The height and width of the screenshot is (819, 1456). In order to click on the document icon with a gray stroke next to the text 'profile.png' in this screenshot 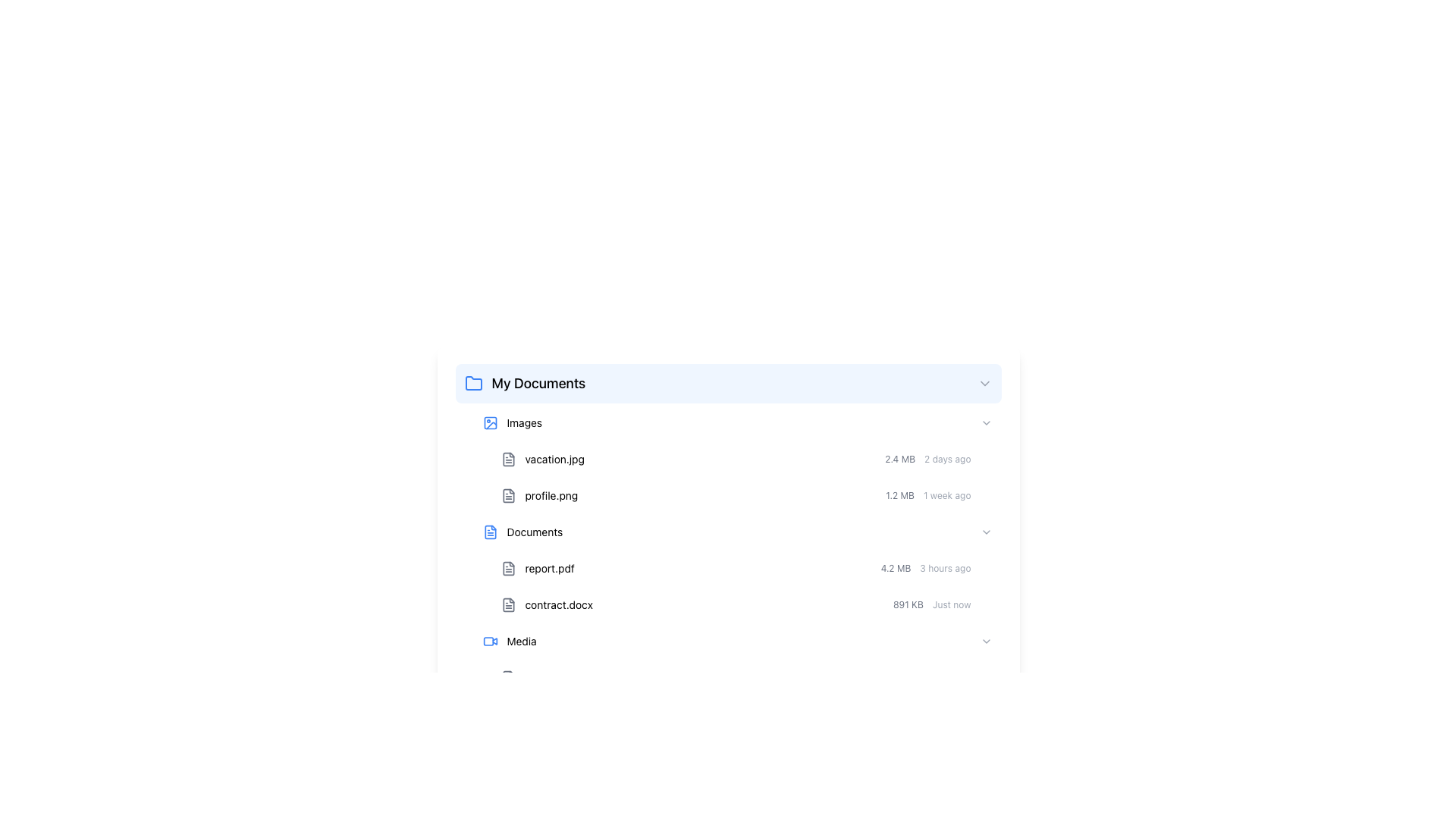, I will do `click(508, 496)`.